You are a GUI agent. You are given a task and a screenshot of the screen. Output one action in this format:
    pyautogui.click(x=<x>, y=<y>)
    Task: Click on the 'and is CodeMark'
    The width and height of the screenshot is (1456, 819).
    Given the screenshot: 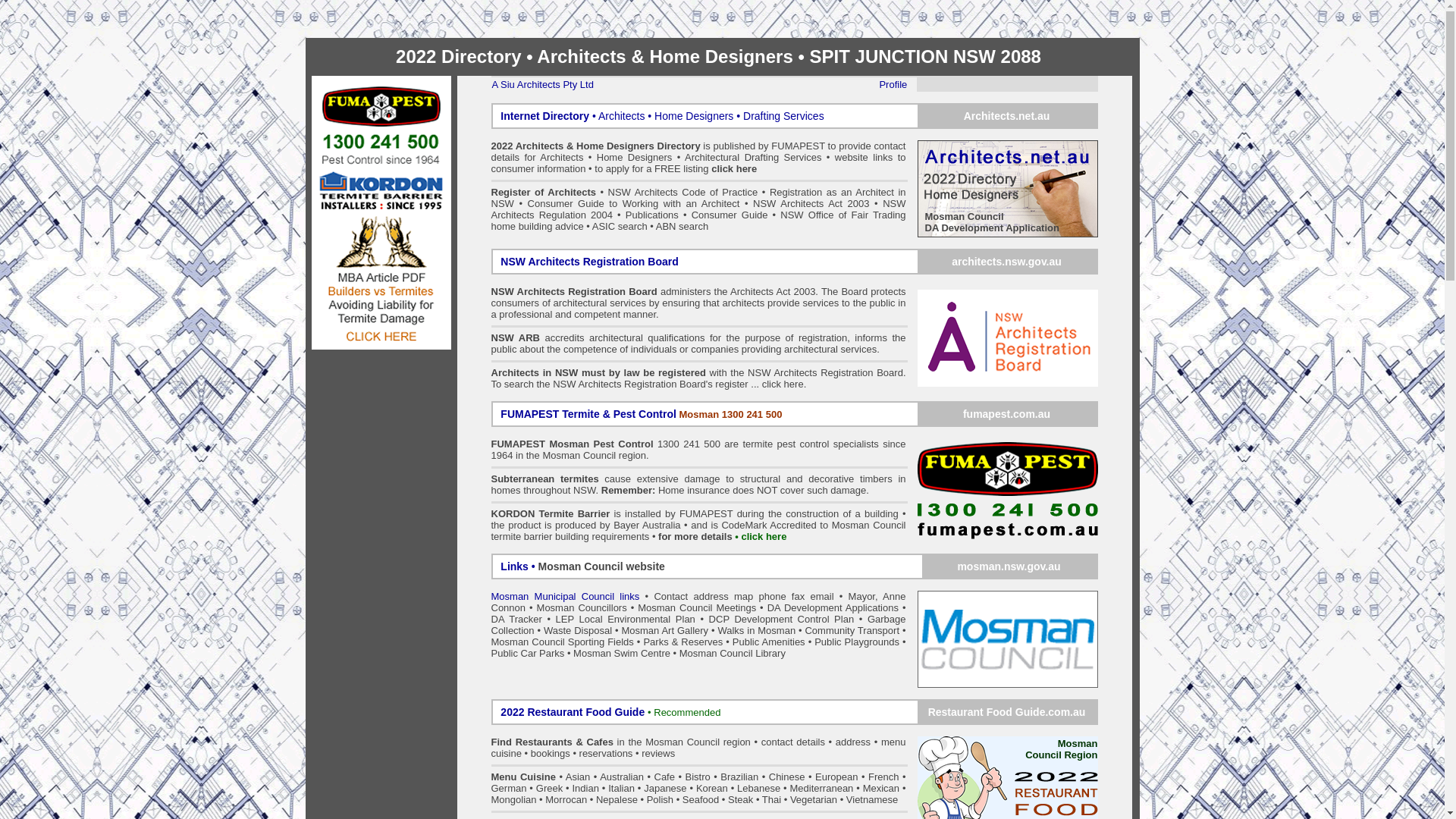 What is the action you would take?
    pyautogui.click(x=728, y=524)
    